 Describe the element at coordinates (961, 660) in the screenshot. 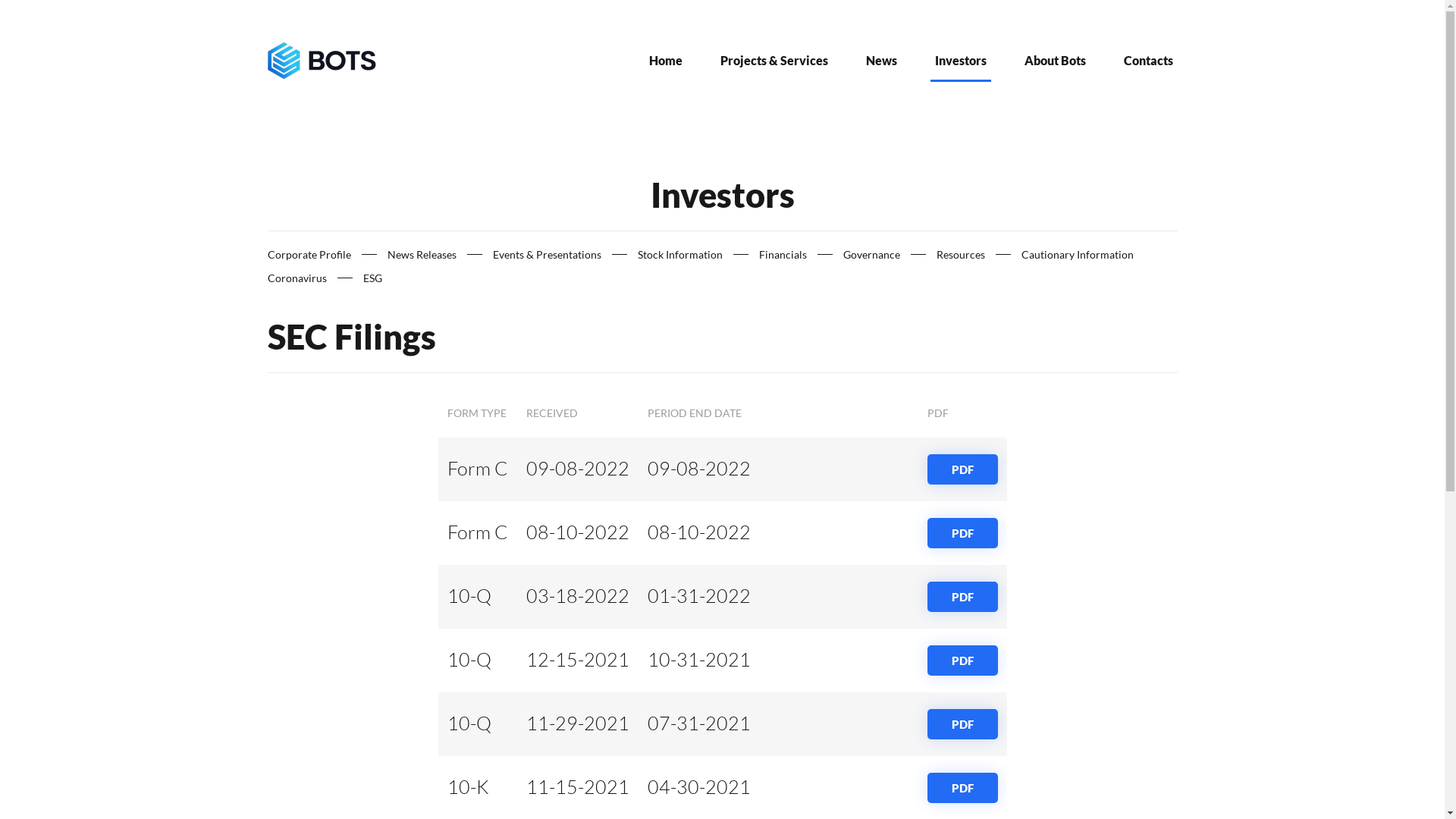

I see `'PDF'` at that location.